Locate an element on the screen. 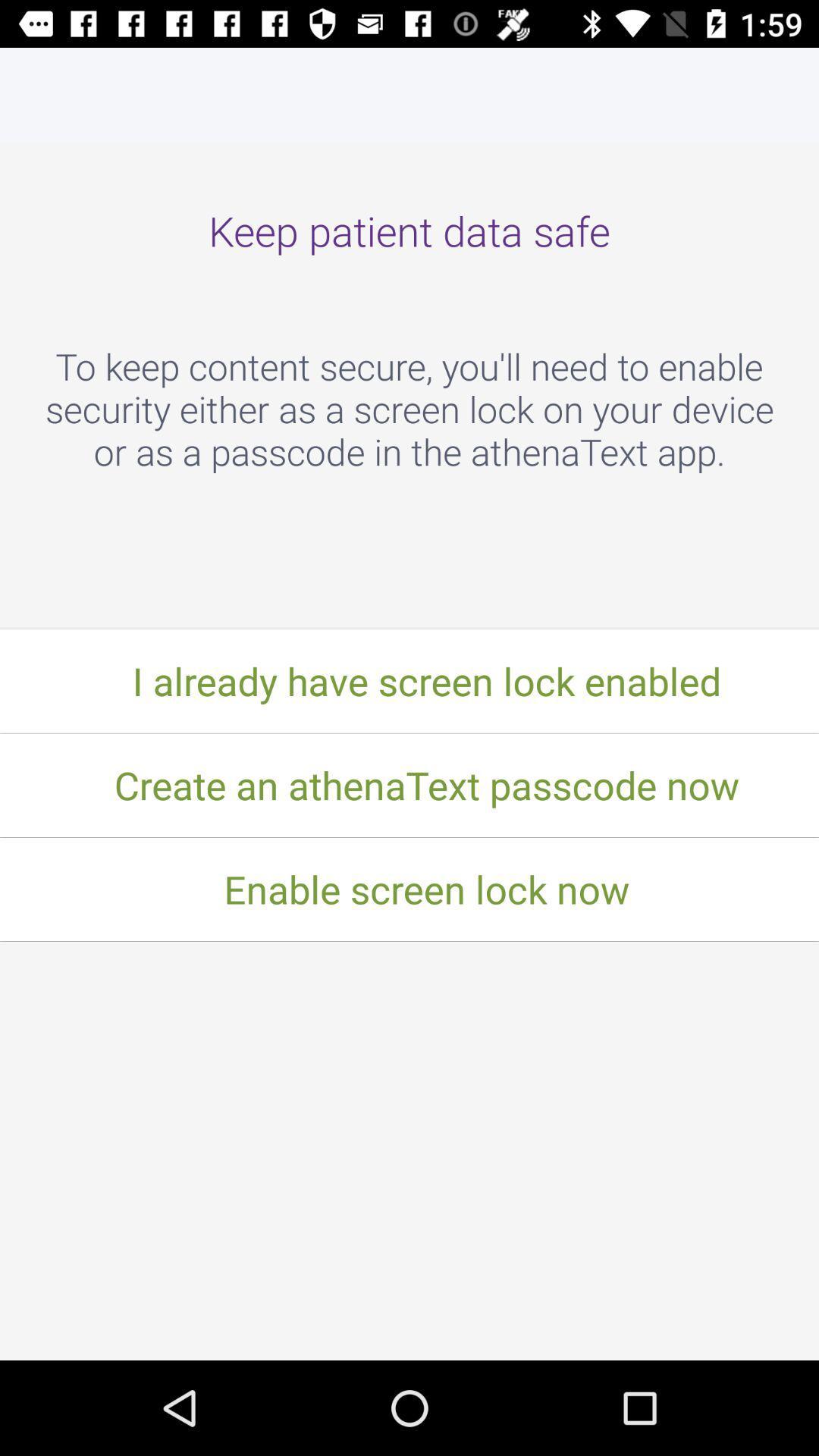  i already have icon is located at coordinates (409, 680).